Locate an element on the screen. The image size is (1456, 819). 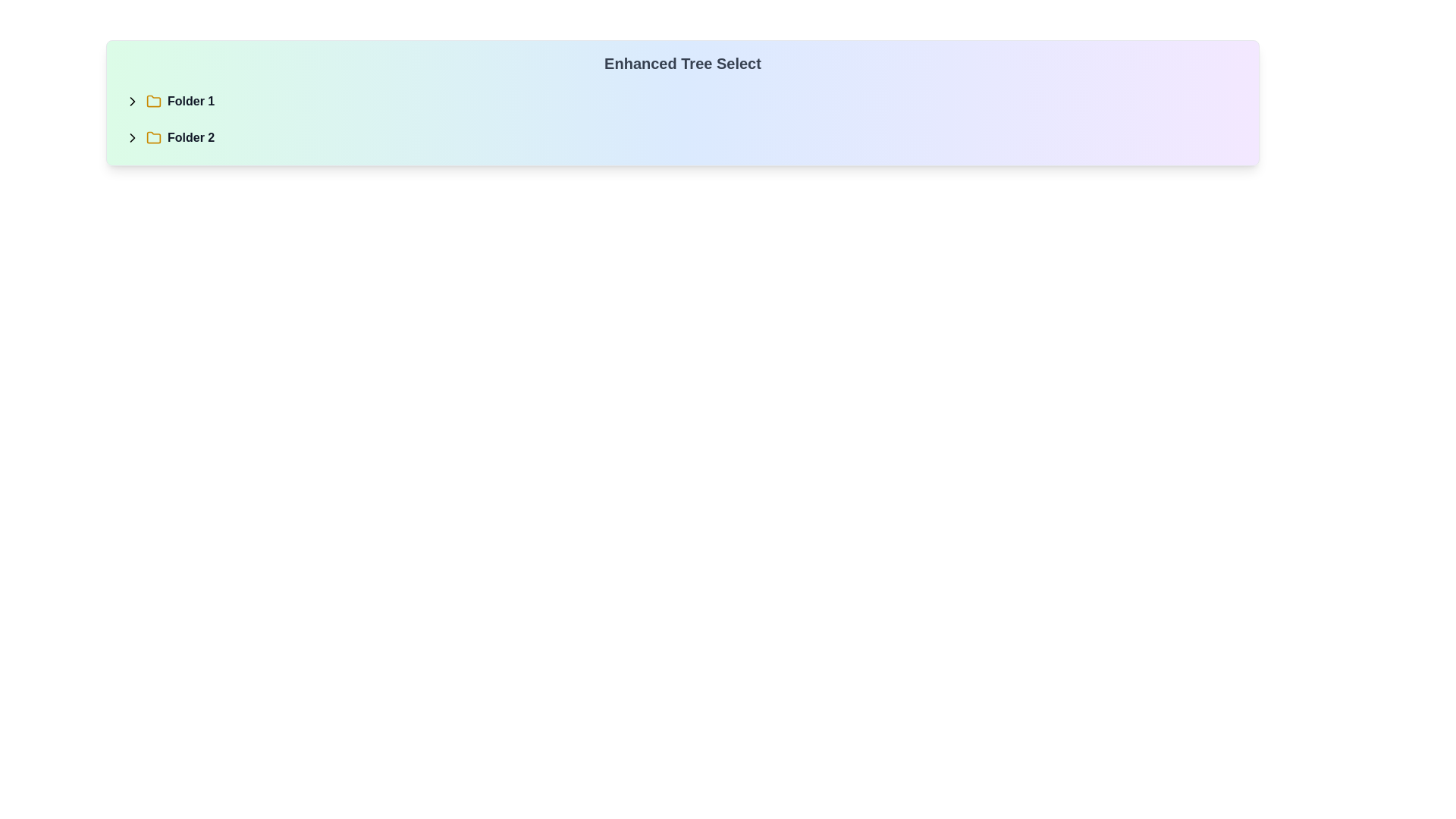
the text label for 'Folder 2' is located at coordinates (190, 137).